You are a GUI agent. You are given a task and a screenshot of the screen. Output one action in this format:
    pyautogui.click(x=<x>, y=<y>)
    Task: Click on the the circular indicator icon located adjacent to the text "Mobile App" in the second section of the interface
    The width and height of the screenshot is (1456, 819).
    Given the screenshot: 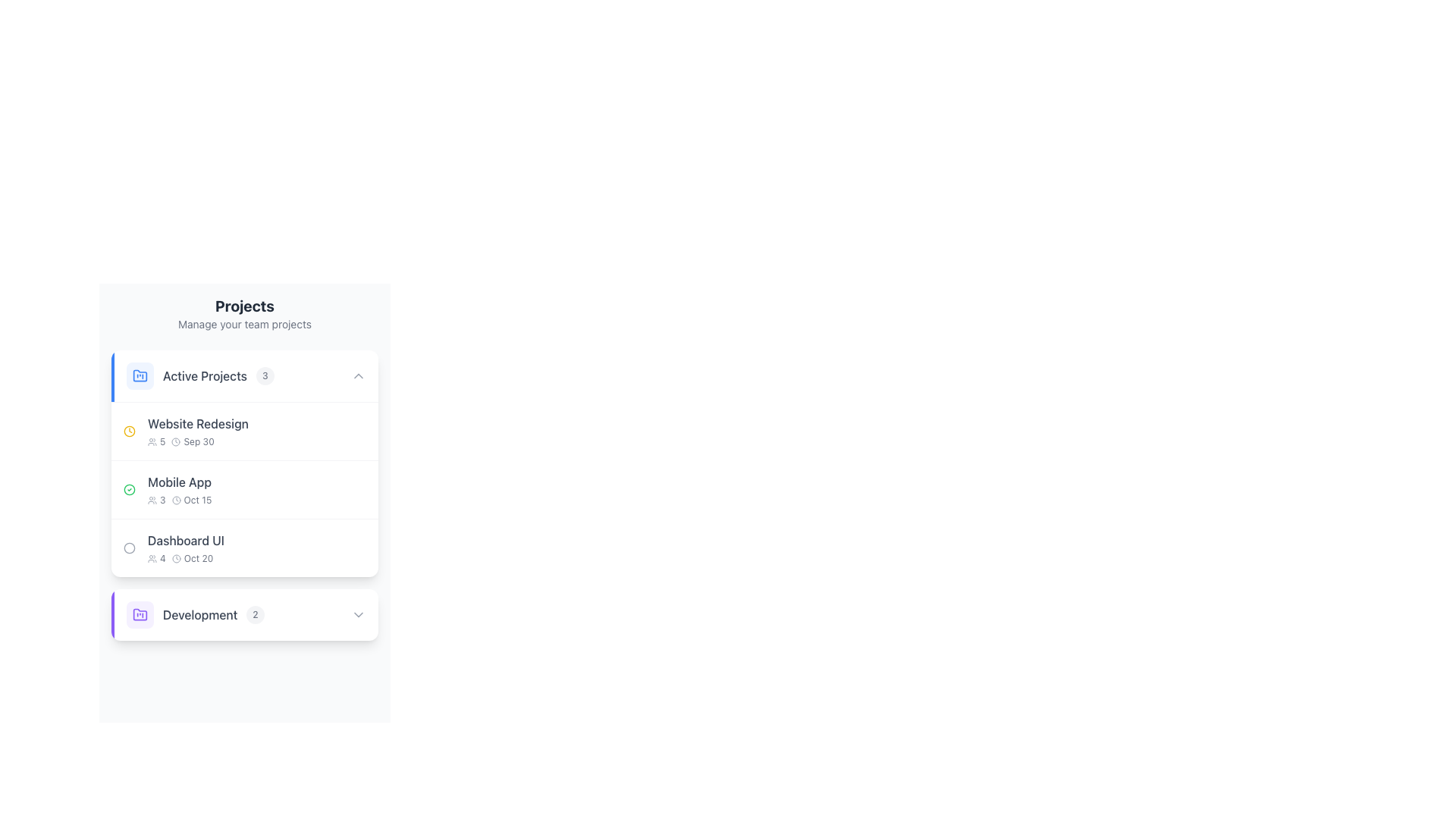 What is the action you would take?
    pyautogui.click(x=130, y=489)
    